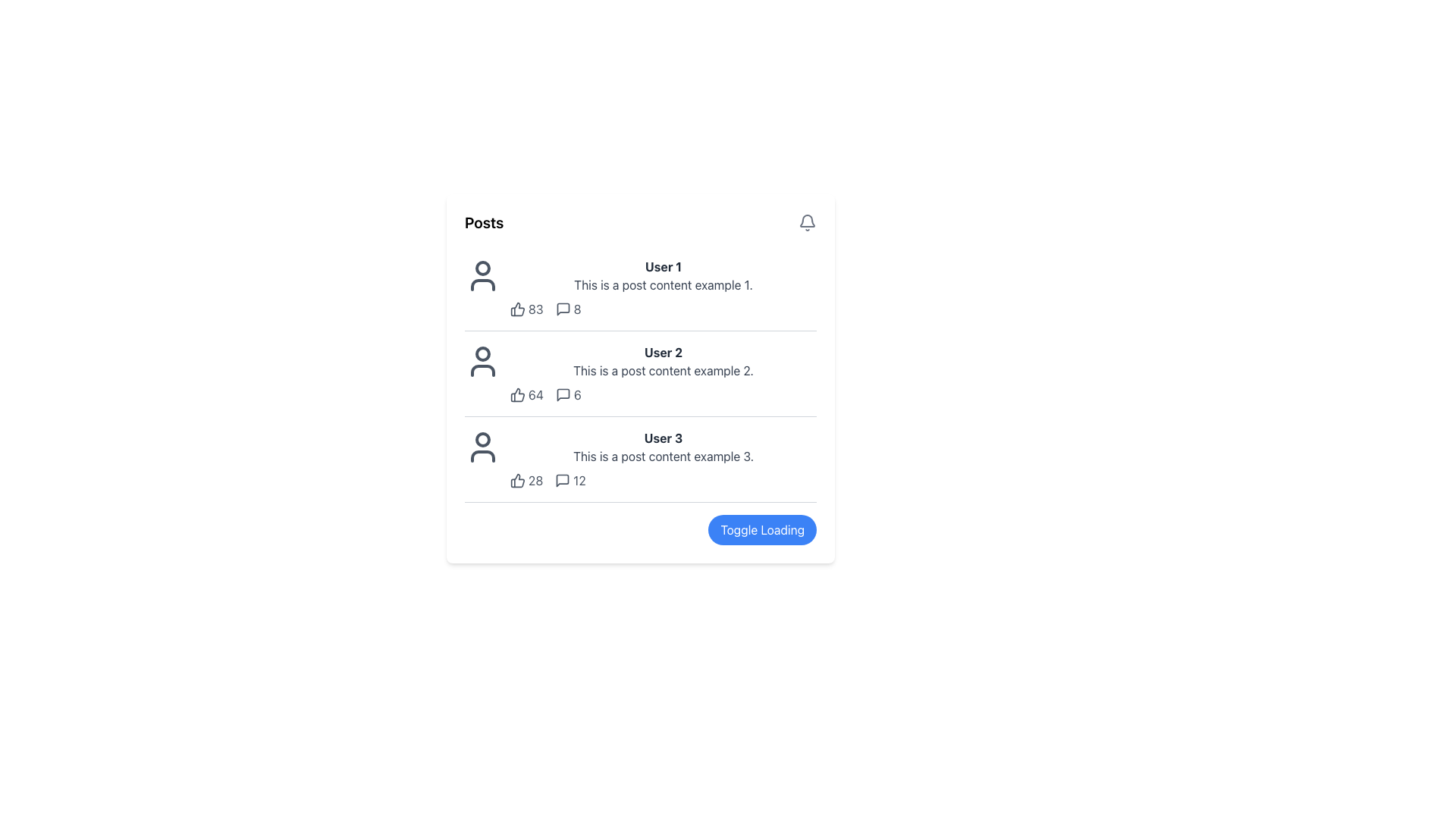 Image resolution: width=1456 pixels, height=819 pixels. I want to click on the 'like' icon located to the left of the number '28' in the third post's interactive elements to register a 'like', so click(517, 480).